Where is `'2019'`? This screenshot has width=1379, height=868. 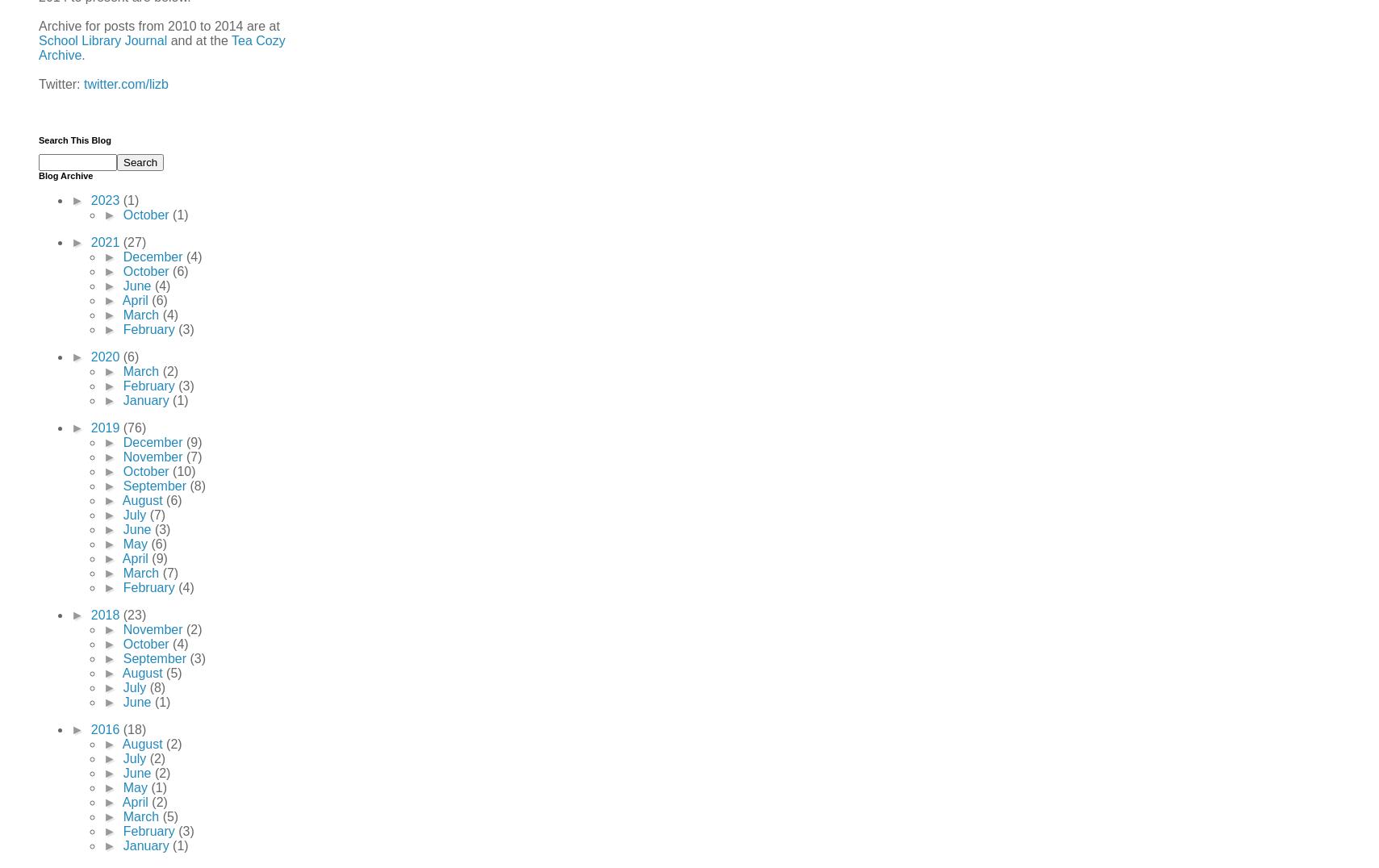 '2019' is located at coordinates (105, 427).